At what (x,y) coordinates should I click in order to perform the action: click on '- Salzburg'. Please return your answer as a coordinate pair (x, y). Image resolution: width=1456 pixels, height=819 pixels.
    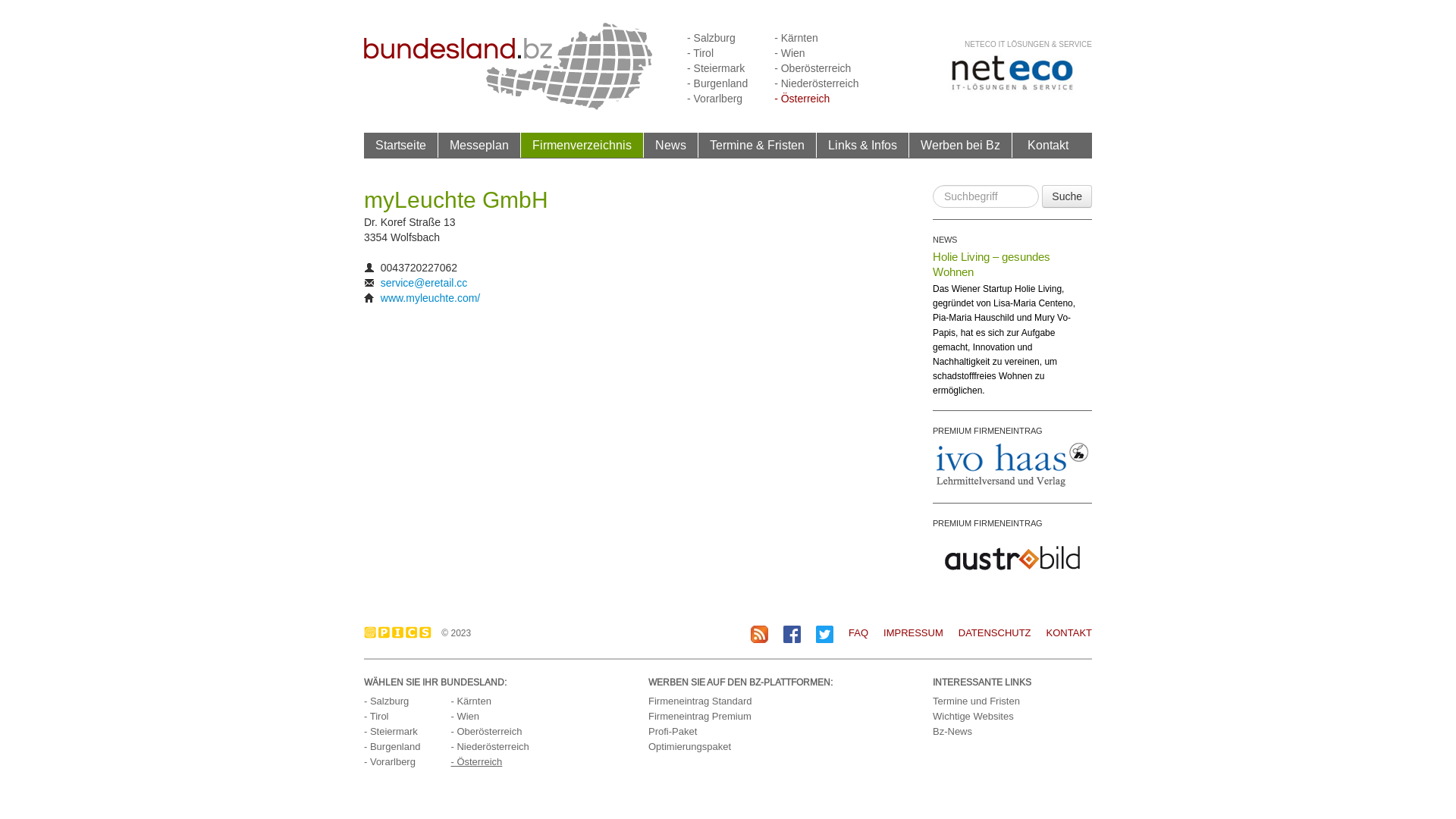
    Looking at the image, I should click on (386, 700).